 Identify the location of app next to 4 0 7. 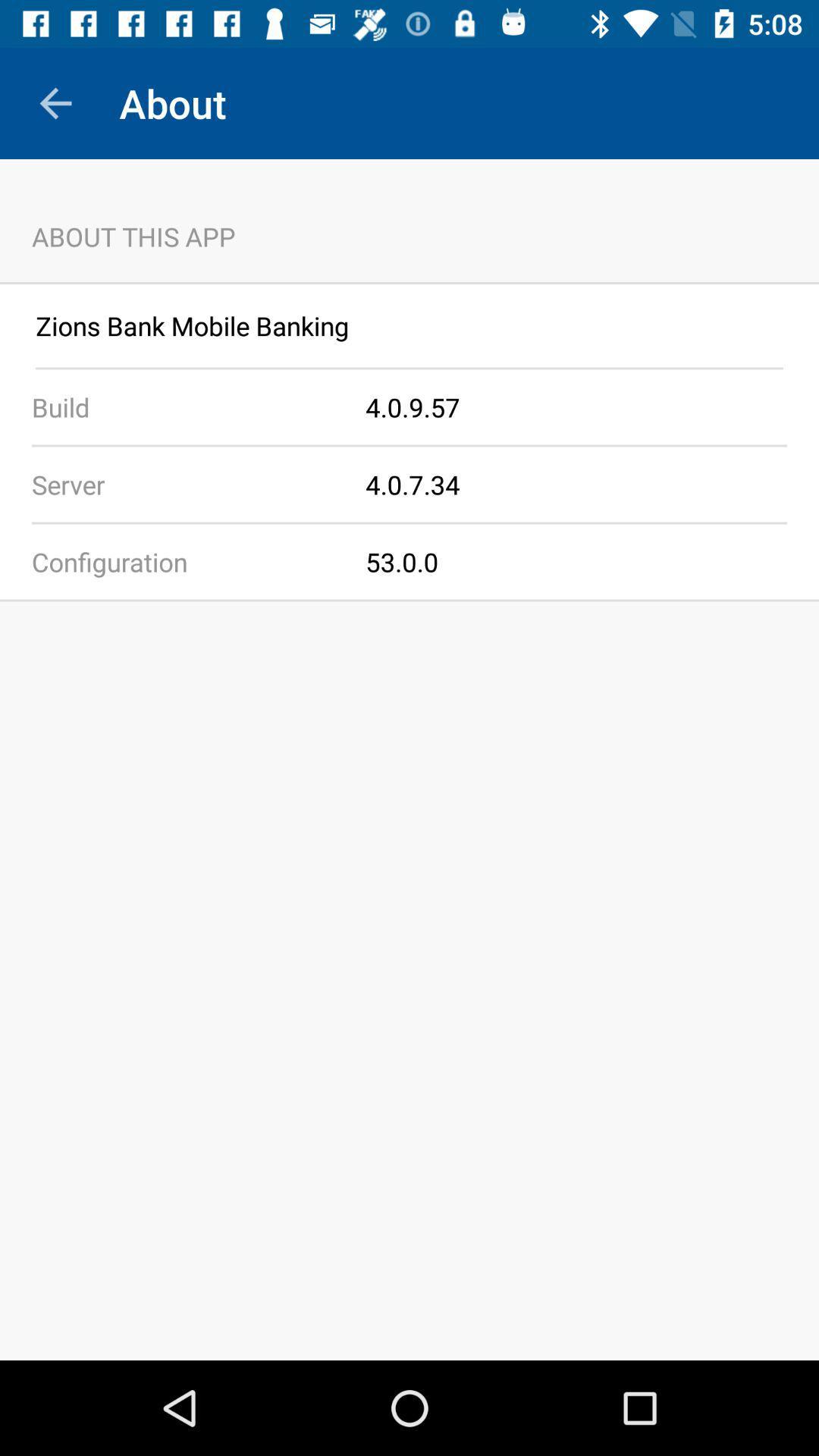
(182, 483).